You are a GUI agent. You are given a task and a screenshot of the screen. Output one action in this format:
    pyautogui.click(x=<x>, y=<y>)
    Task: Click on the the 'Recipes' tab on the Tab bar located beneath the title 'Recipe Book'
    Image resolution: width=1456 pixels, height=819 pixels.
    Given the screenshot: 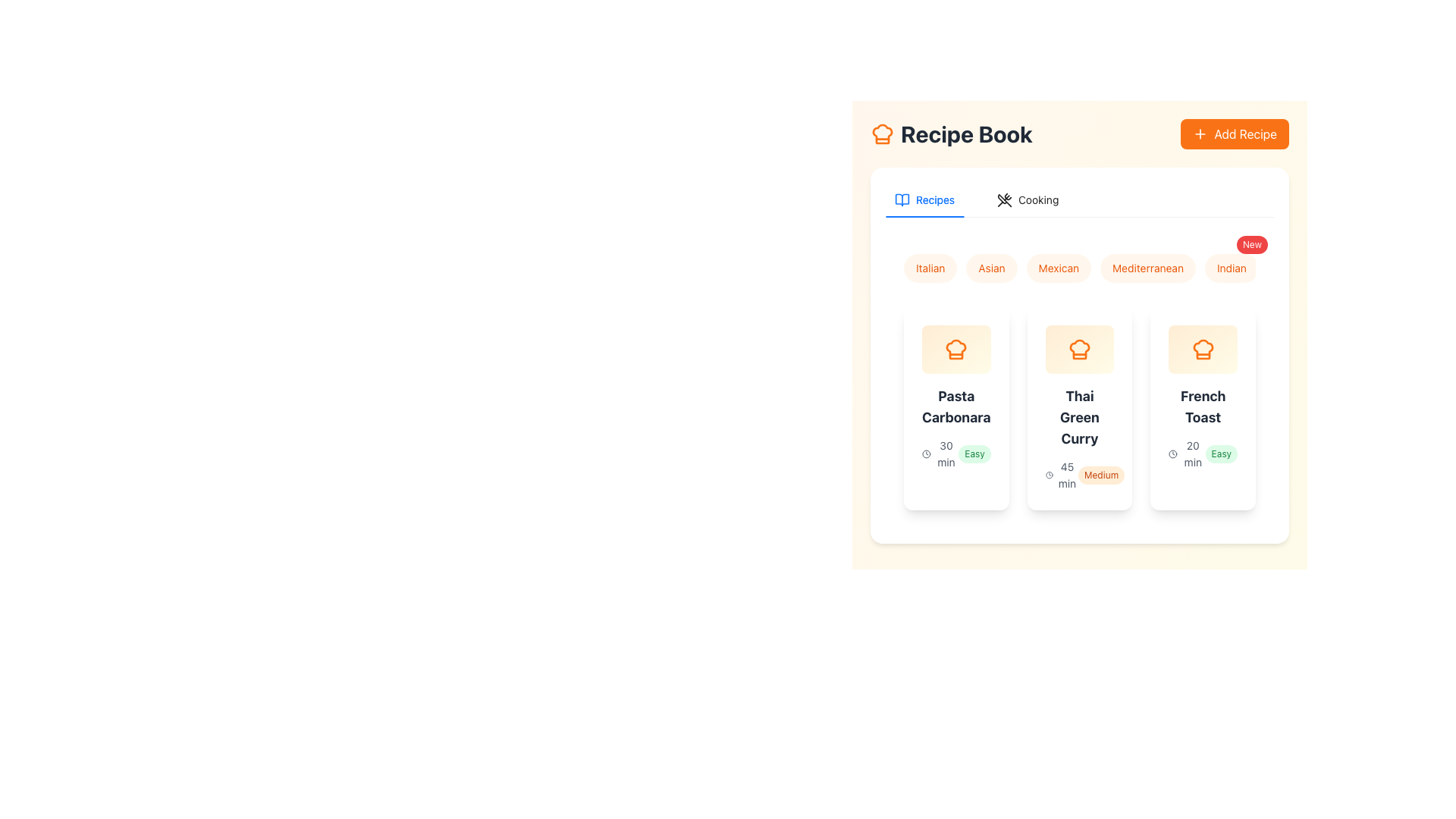 What is the action you would take?
    pyautogui.click(x=977, y=199)
    